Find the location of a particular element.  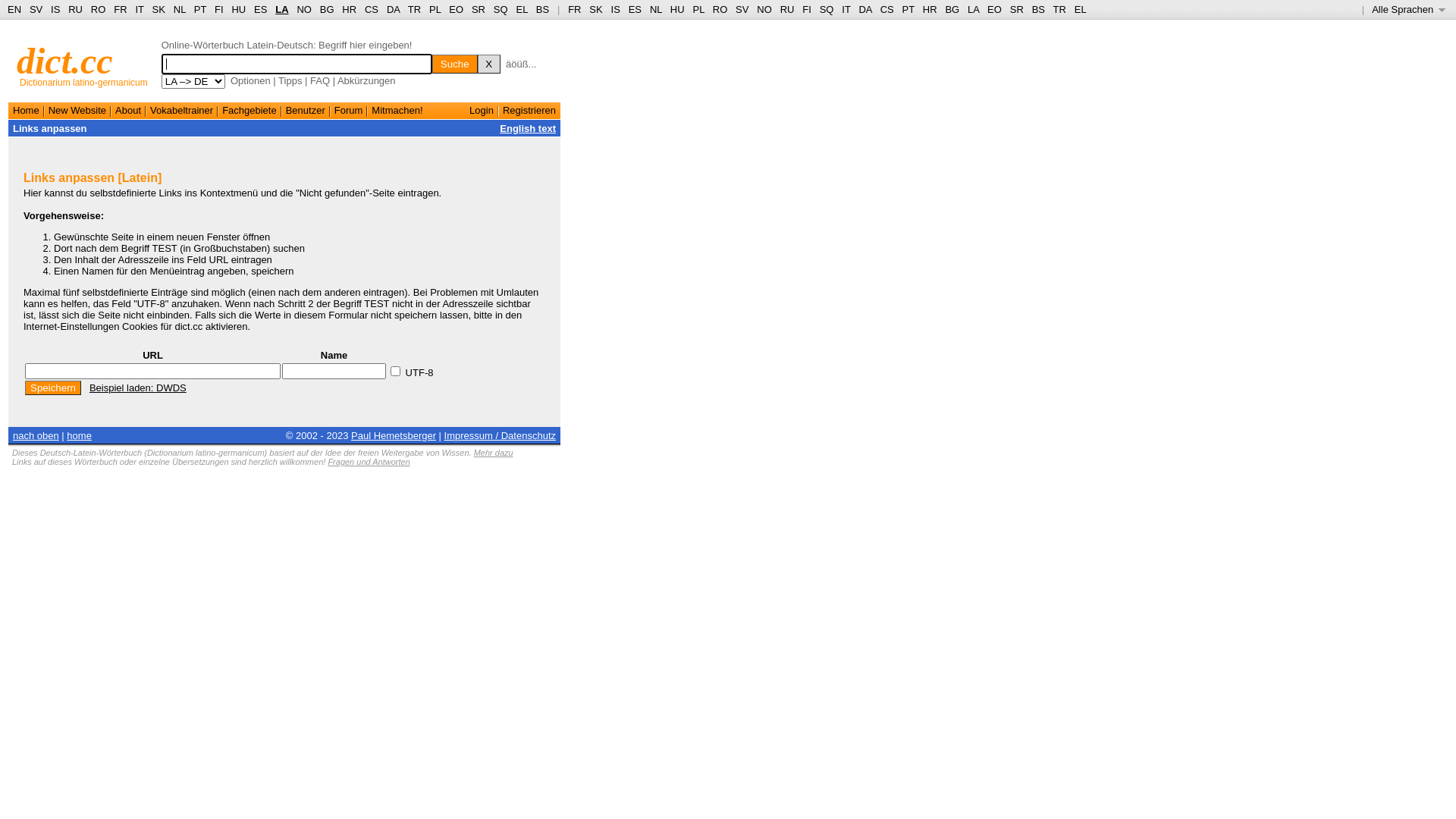

'EL' is located at coordinates (1080, 9).